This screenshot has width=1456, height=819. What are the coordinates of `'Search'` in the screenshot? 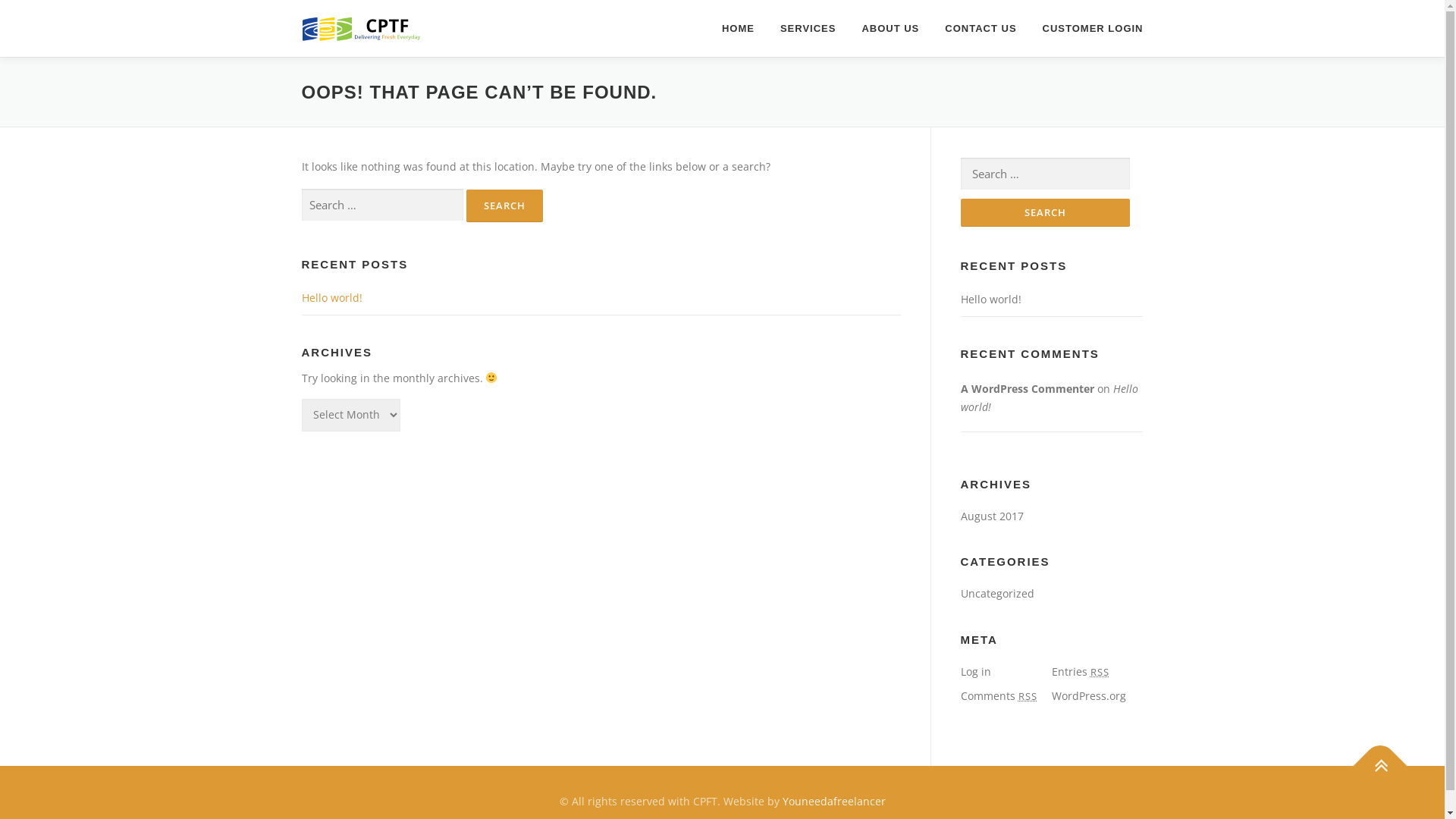 It's located at (1043, 212).